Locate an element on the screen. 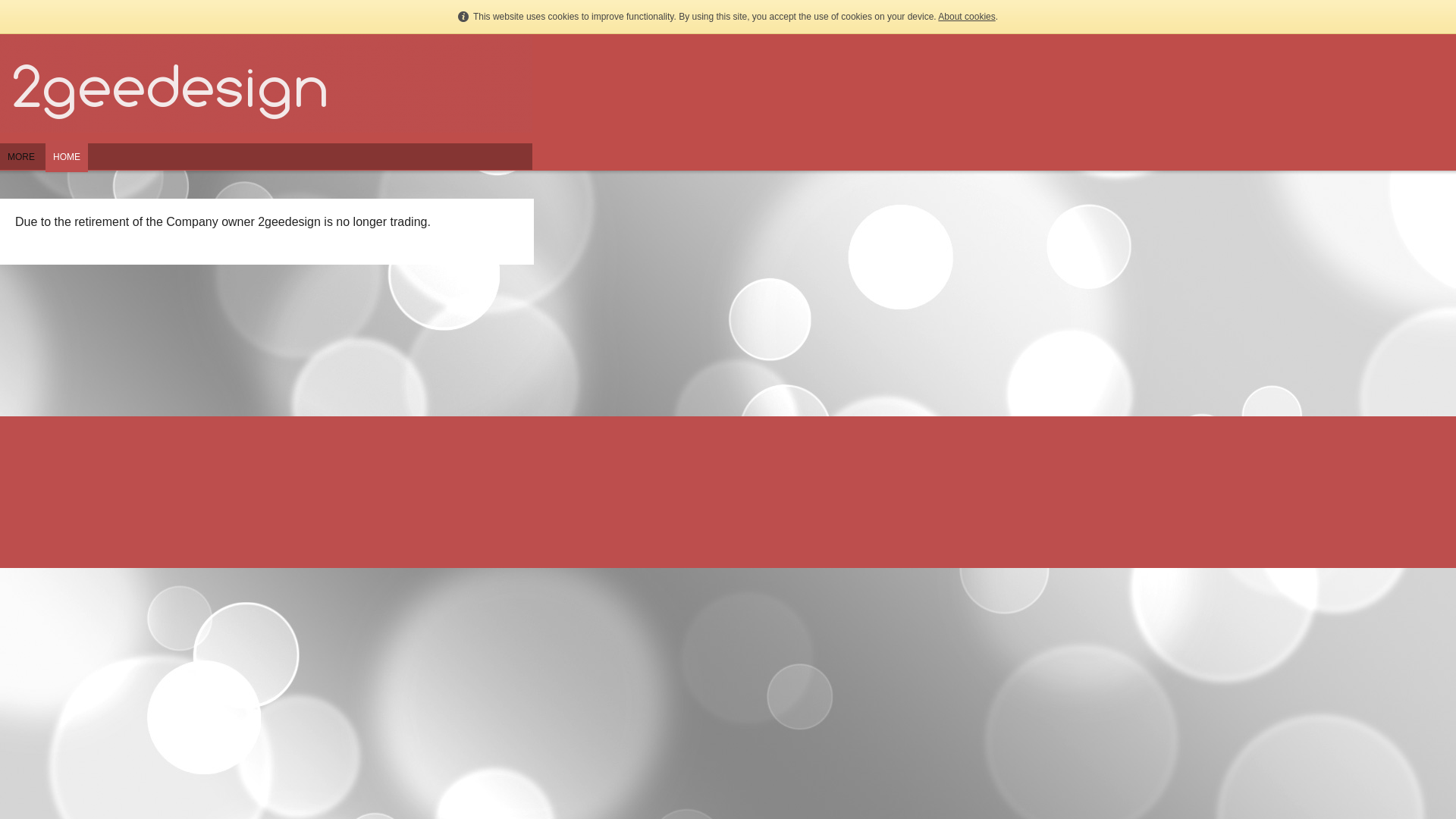 The height and width of the screenshot is (819, 1456). 'About cookies' is located at coordinates (965, 17).